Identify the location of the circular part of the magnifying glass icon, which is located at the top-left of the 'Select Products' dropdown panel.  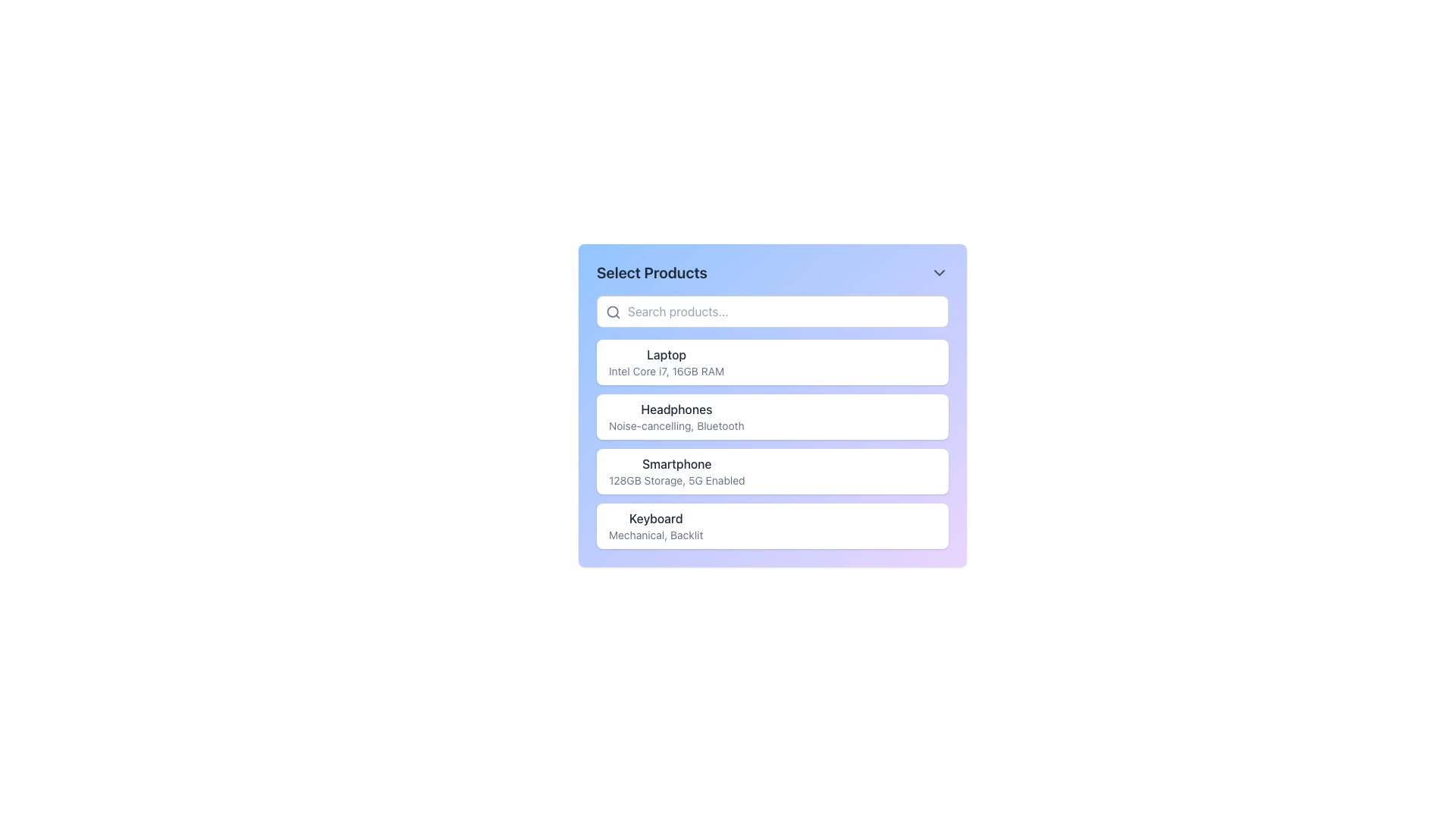
(613, 311).